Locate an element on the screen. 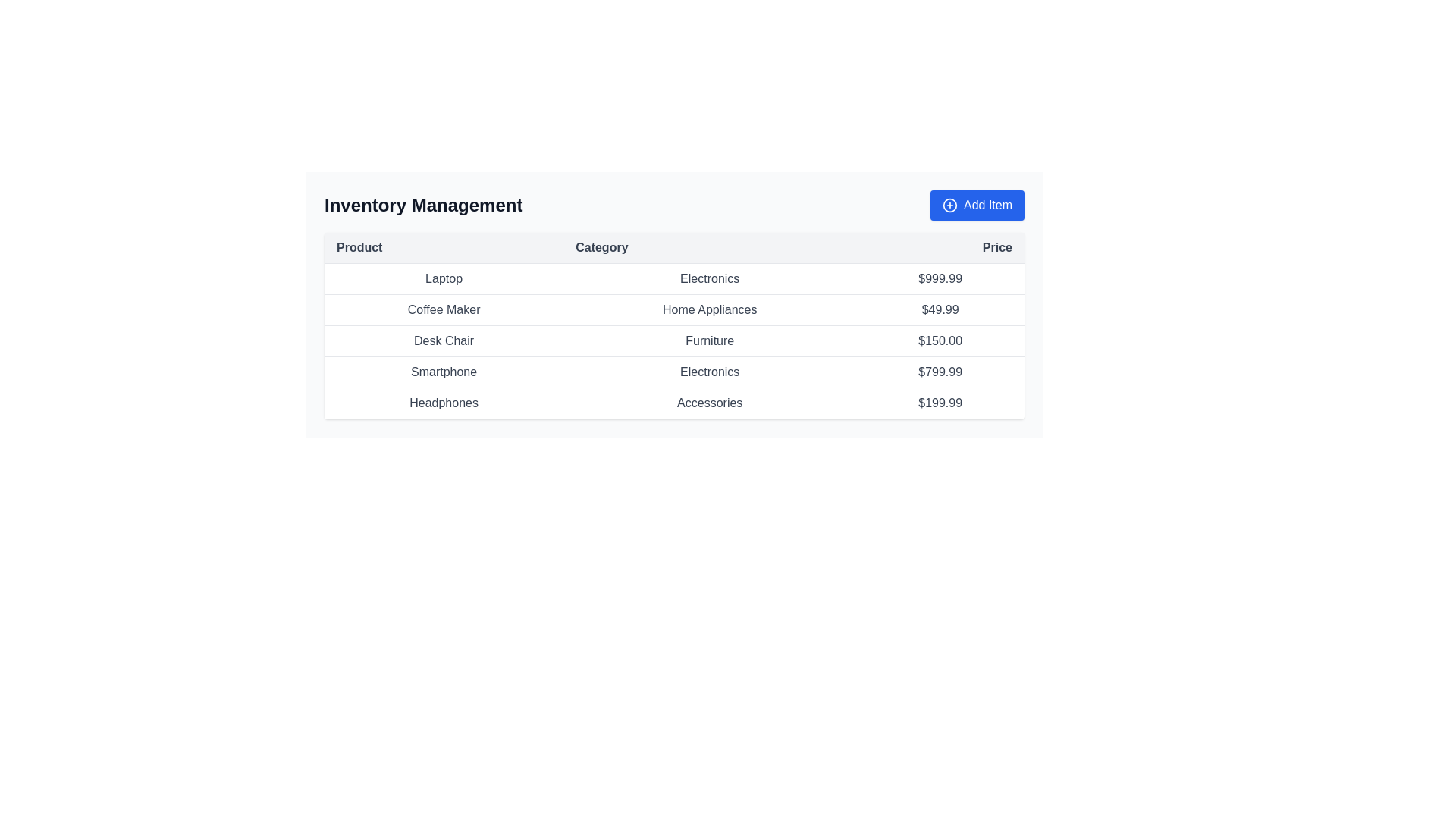 The image size is (1456, 819). the circular blue and white icon with a plus sign, located at the left end of the 'Add Item' button in the top-right corner of the interface is located at coordinates (949, 205).